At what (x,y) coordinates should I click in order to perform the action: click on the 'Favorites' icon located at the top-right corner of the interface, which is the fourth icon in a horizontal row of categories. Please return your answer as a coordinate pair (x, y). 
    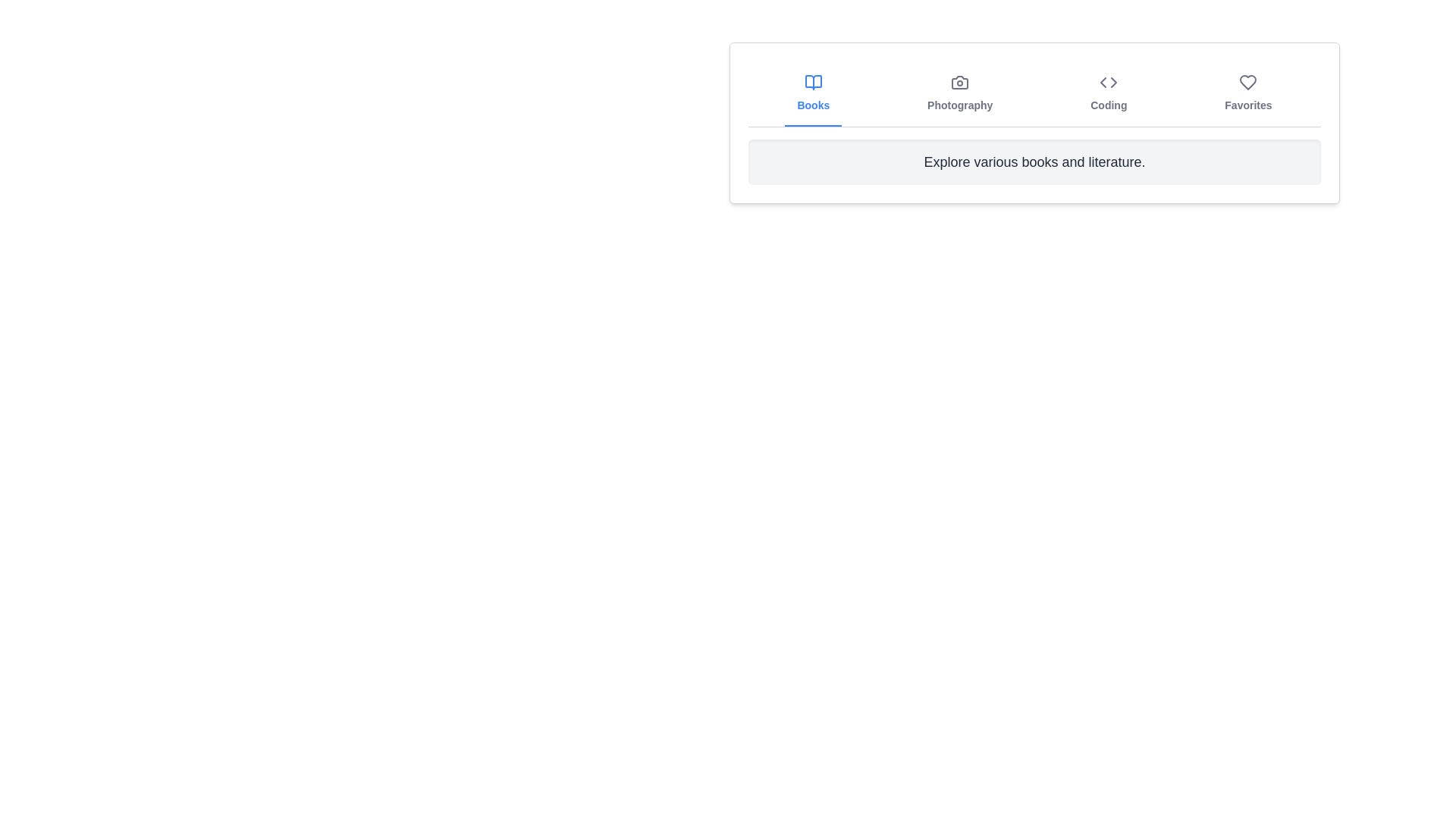
    Looking at the image, I should click on (1248, 82).